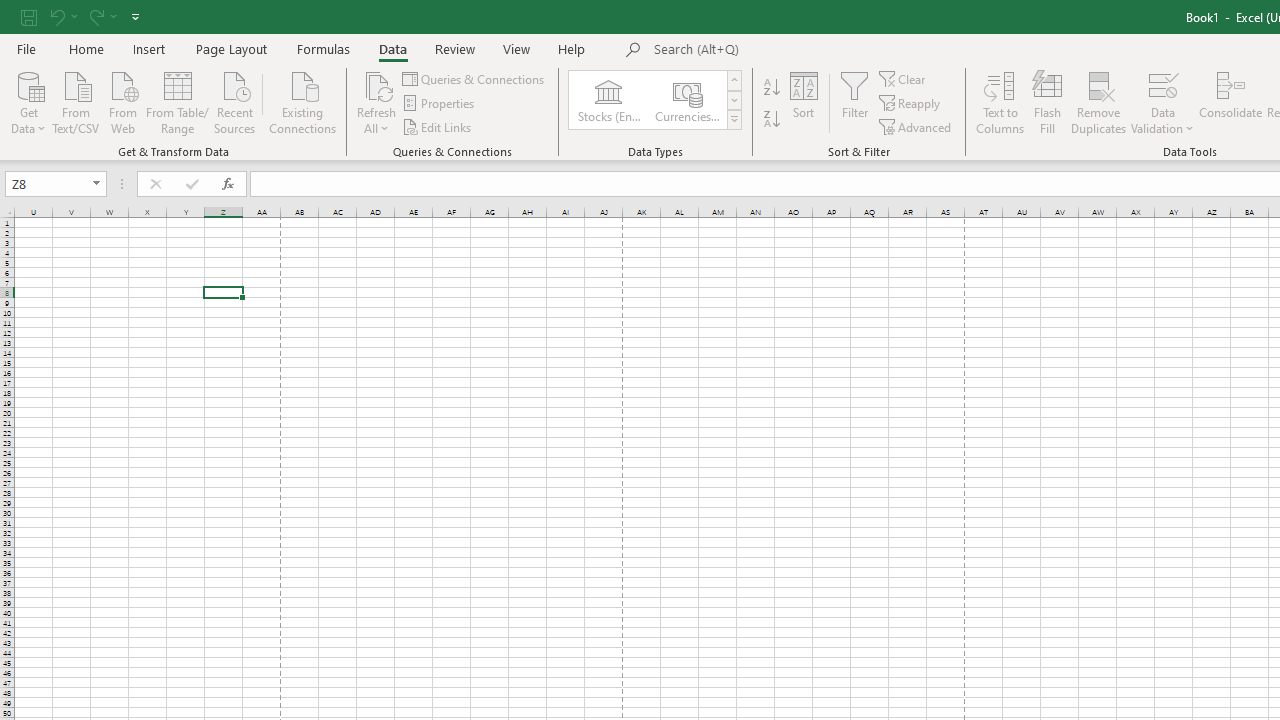  What do you see at coordinates (733, 79) in the screenshot?
I see `'Row up'` at bounding box center [733, 79].